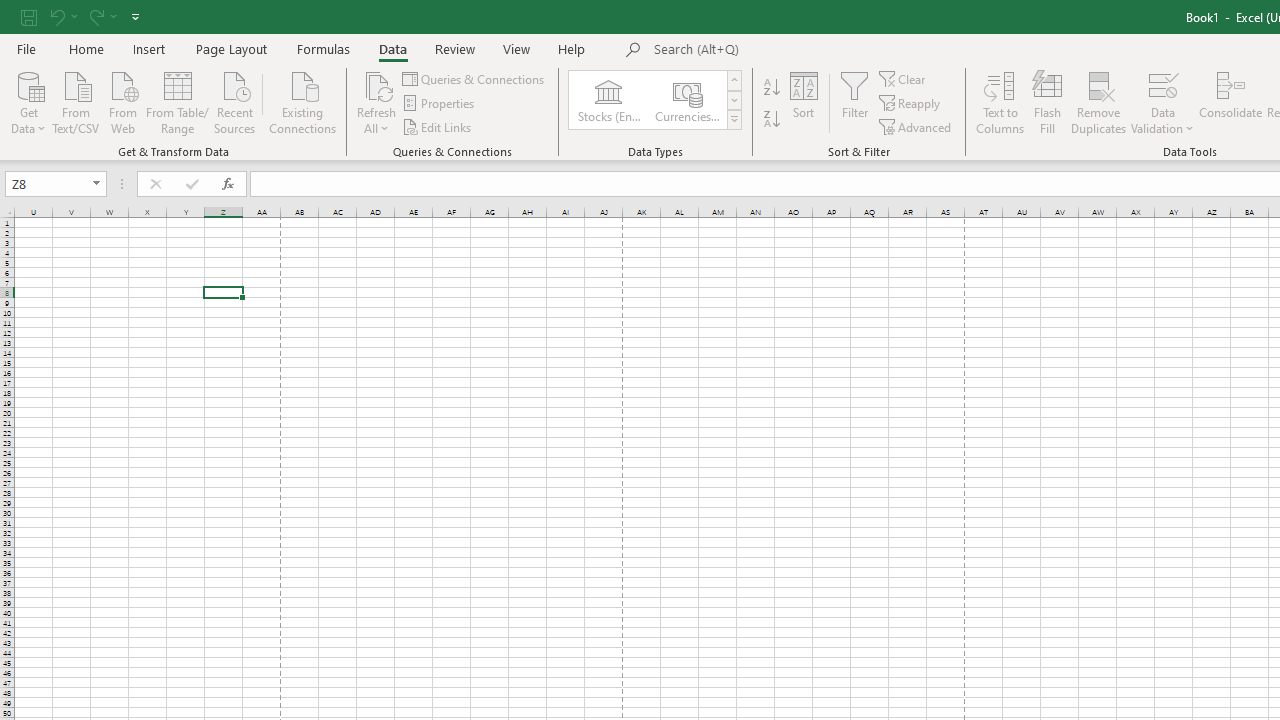  What do you see at coordinates (733, 79) in the screenshot?
I see `'Row up'` at bounding box center [733, 79].